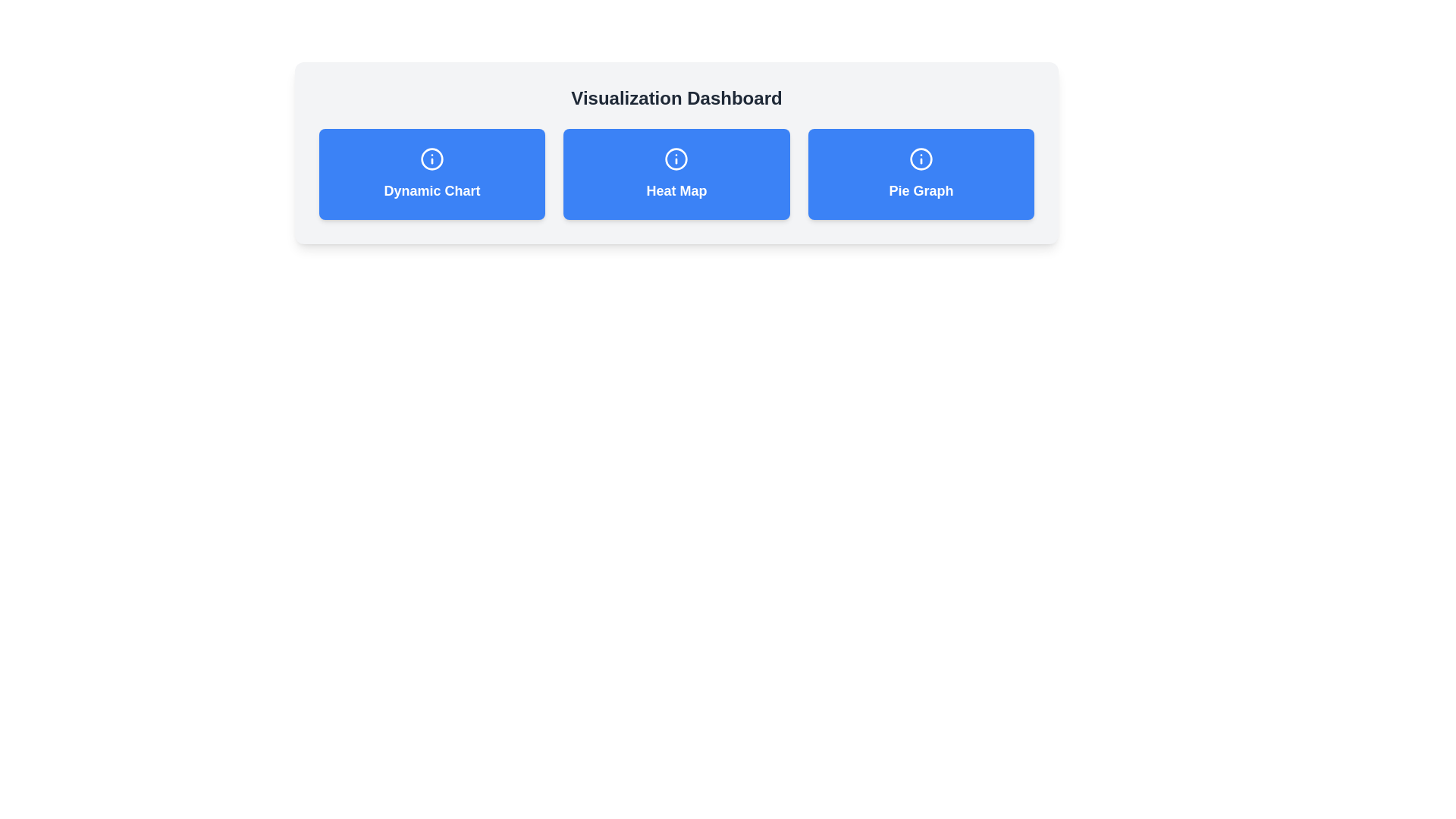 This screenshot has width=1456, height=819. Describe the element at coordinates (920, 158) in the screenshot. I see `the circular icon located centrally within the rightmost 'Pie Graph' button in the 'Visualization Dashboard'` at that location.